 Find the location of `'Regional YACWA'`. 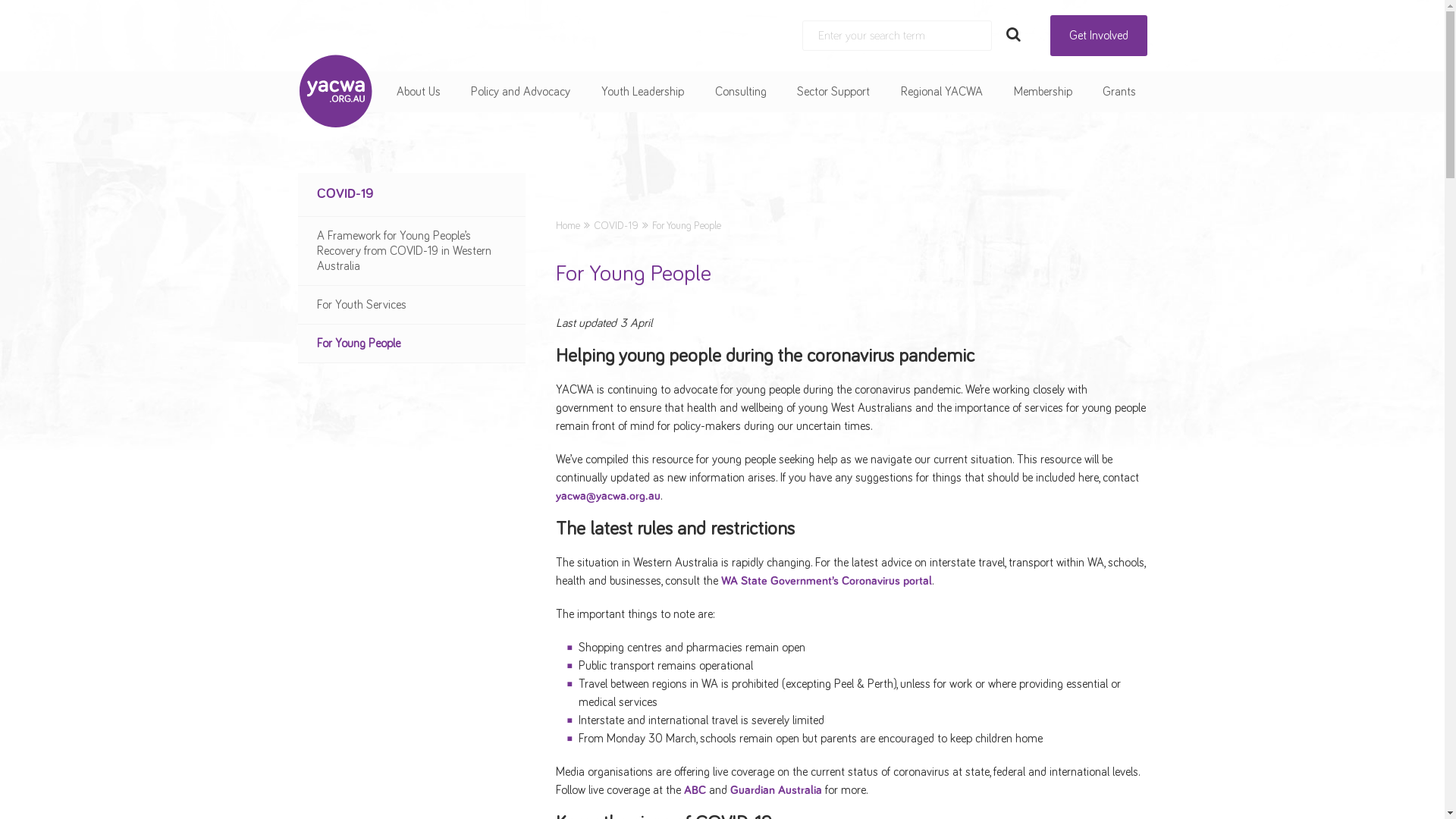

'Regional YACWA' is located at coordinates (941, 91).